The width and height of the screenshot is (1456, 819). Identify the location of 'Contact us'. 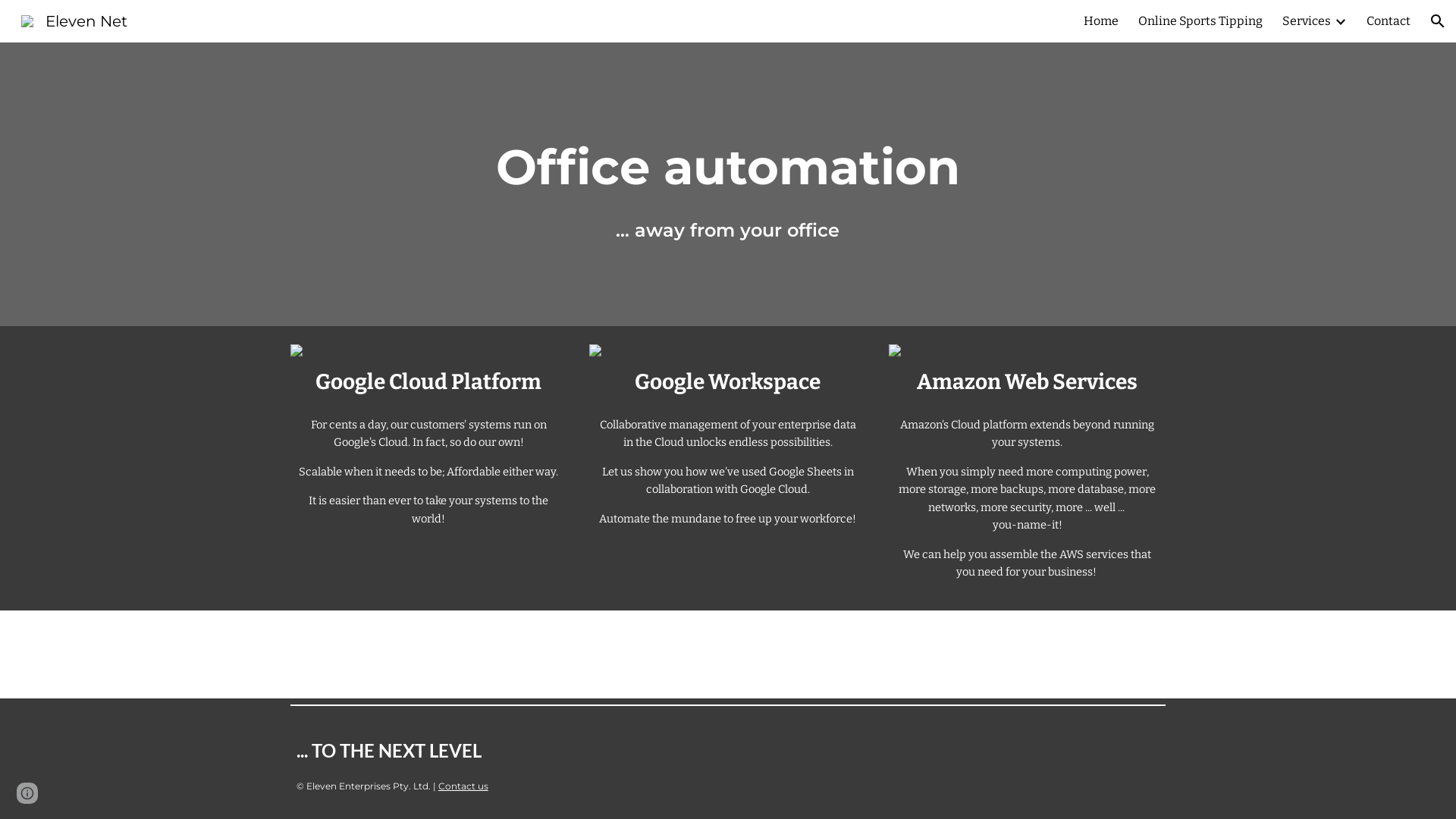
(462, 785).